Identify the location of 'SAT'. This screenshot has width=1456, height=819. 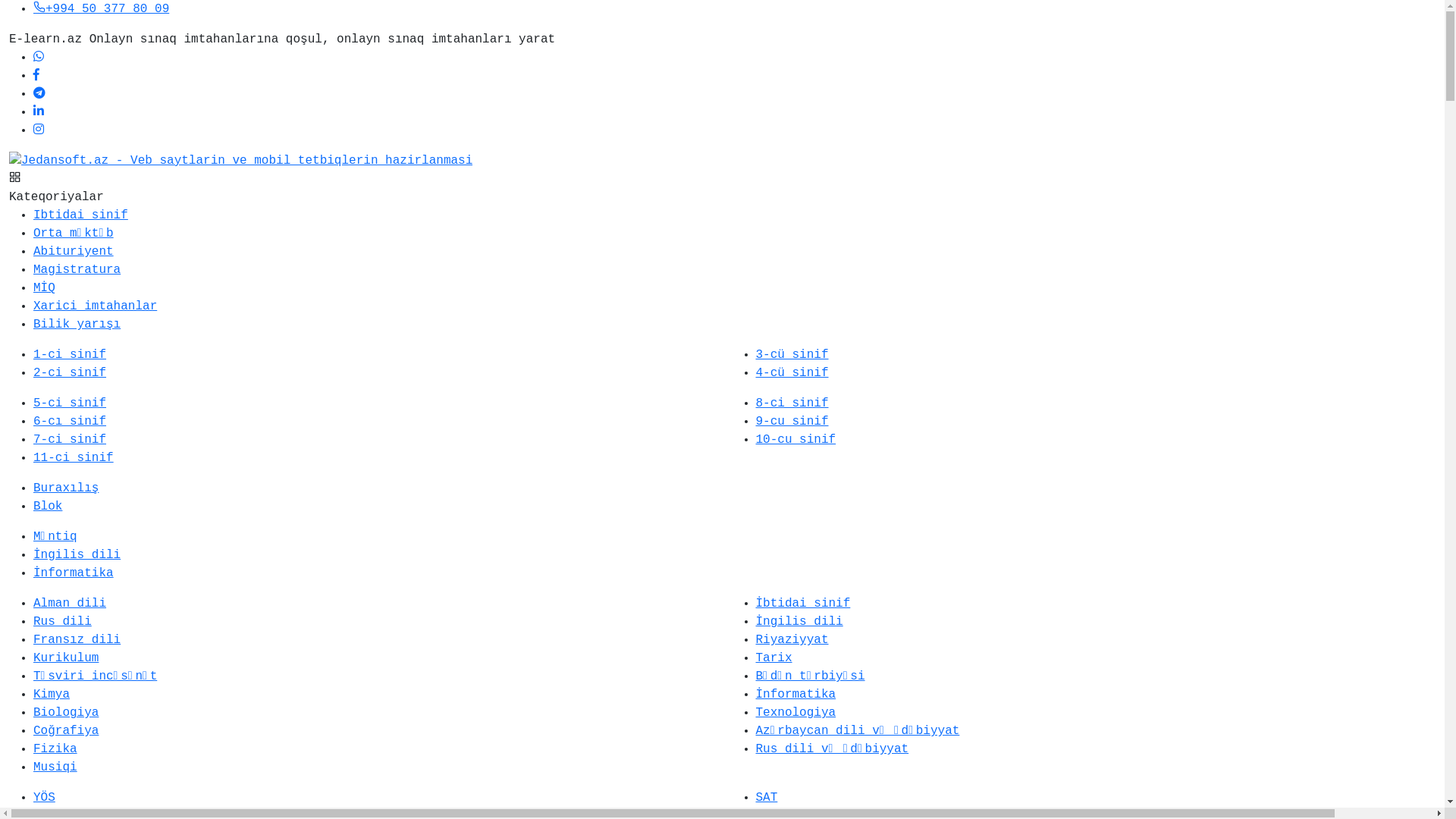
(766, 797).